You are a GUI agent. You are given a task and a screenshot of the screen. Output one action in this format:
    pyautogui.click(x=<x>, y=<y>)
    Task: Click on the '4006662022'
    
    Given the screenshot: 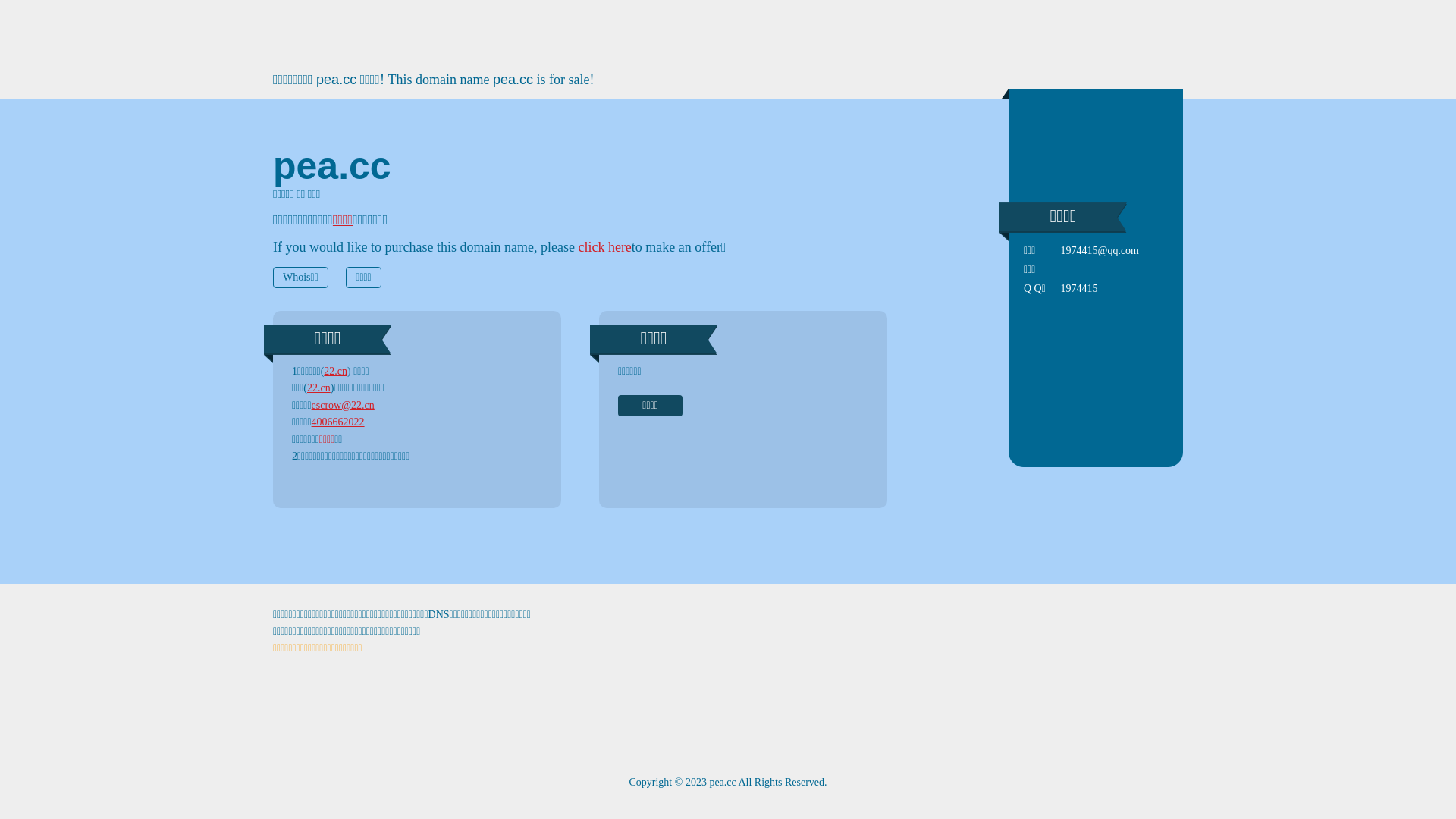 What is the action you would take?
    pyautogui.click(x=337, y=422)
    